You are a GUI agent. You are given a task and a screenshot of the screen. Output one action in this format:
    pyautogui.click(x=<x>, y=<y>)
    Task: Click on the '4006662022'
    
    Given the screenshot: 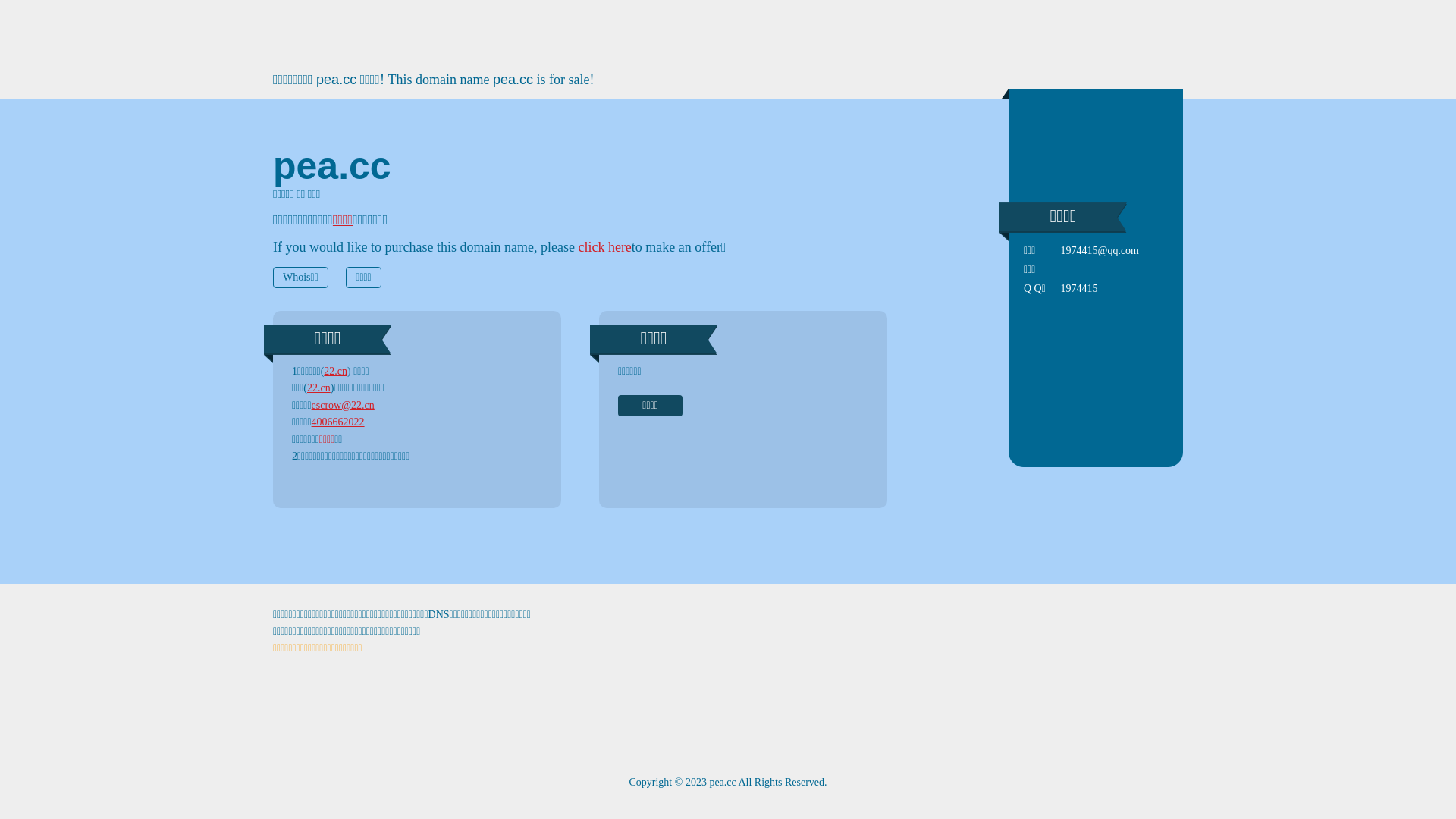 What is the action you would take?
    pyautogui.click(x=337, y=422)
    